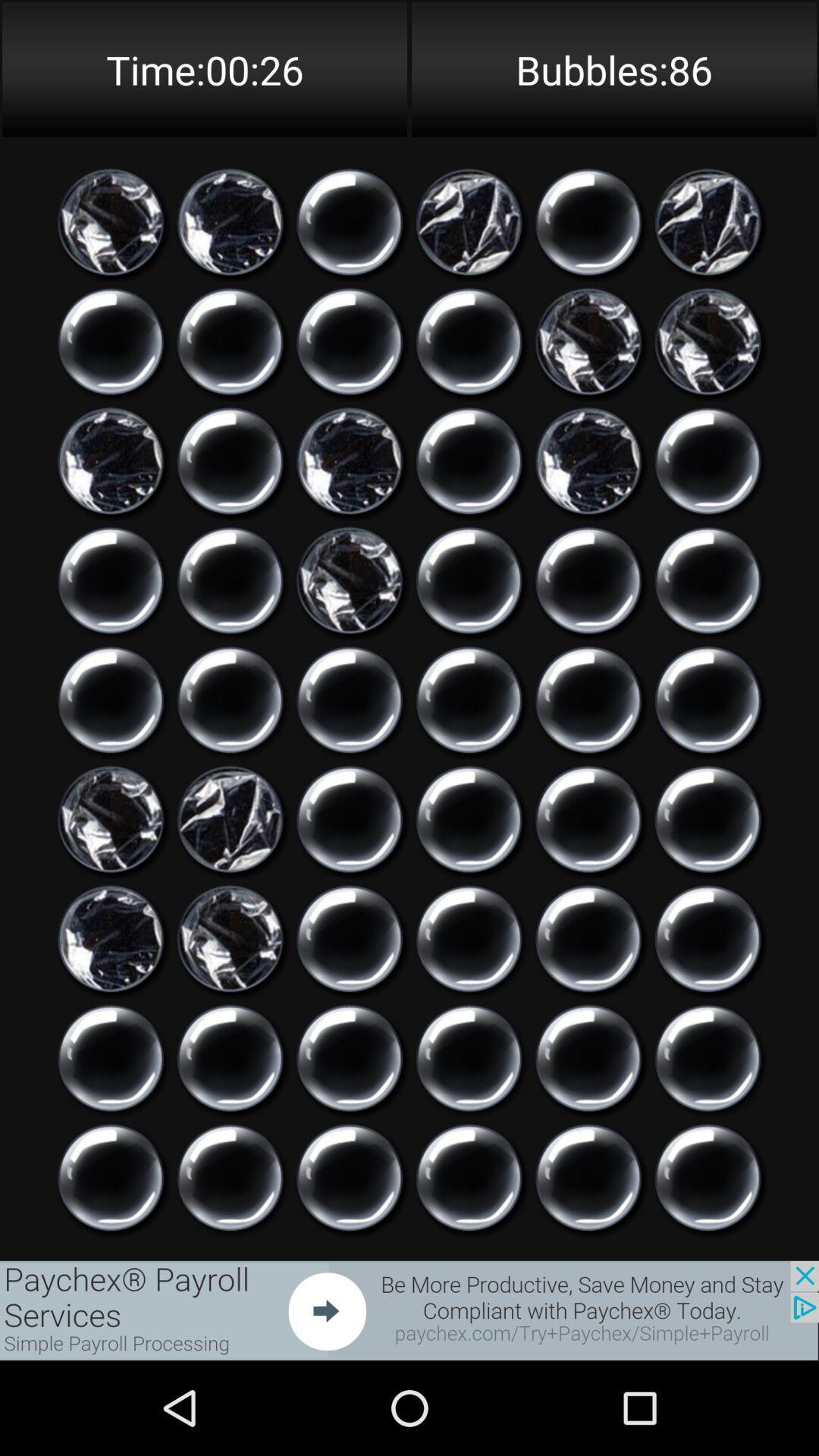 The width and height of the screenshot is (819, 1456). What do you see at coordinates (708, 1177) in the screenshot?
I see `click on icon` at bounding box center [708, 1177].